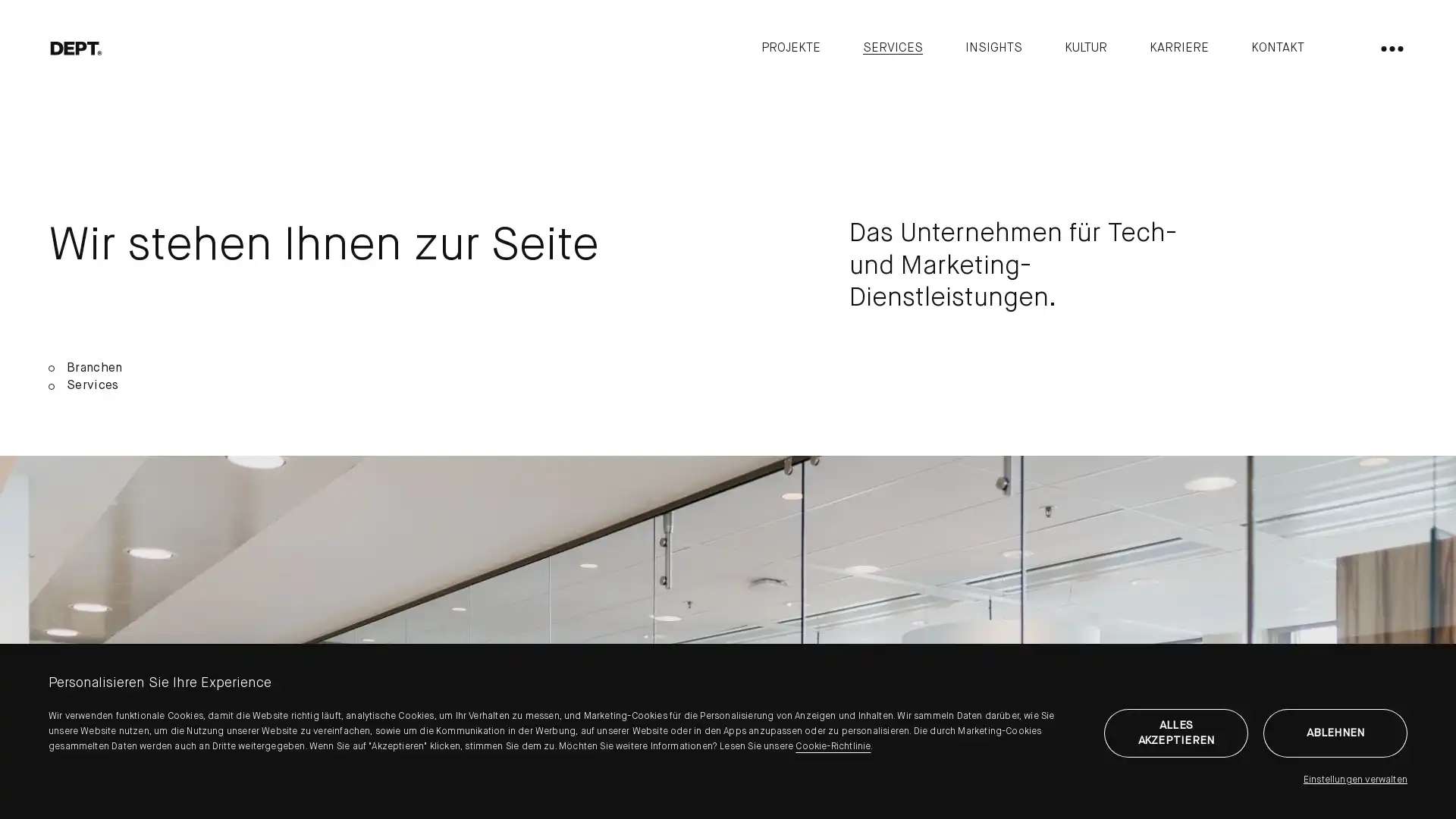 The image size is (1456, 819). What do you see at coordinates (388, 369) in the screenshot?
I see `Branchen` at bounding box center [388, 369].